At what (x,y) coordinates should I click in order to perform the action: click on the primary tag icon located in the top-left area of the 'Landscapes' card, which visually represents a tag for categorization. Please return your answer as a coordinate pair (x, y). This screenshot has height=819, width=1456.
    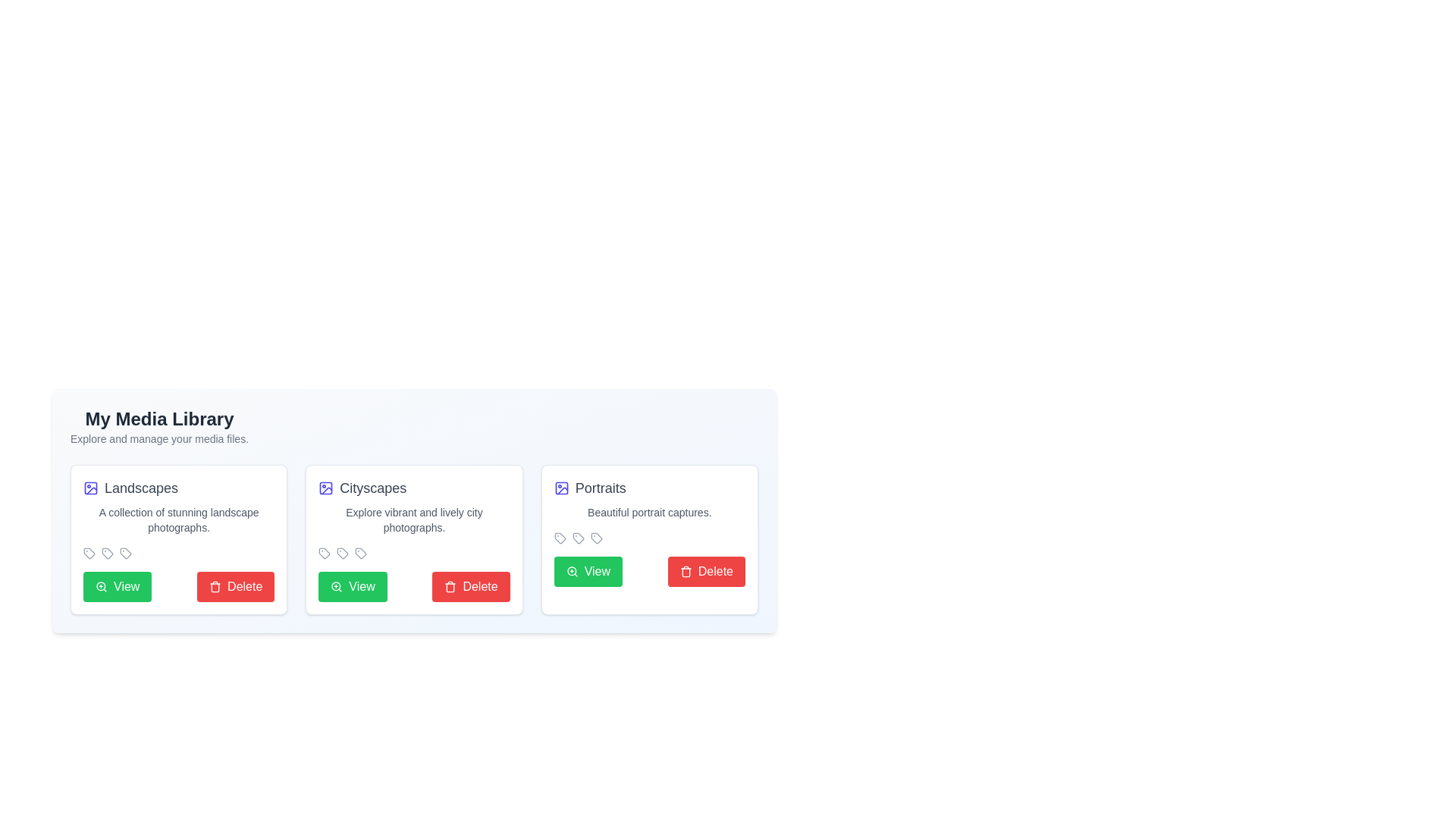
    Looking at the image, I should click on (107, 553).